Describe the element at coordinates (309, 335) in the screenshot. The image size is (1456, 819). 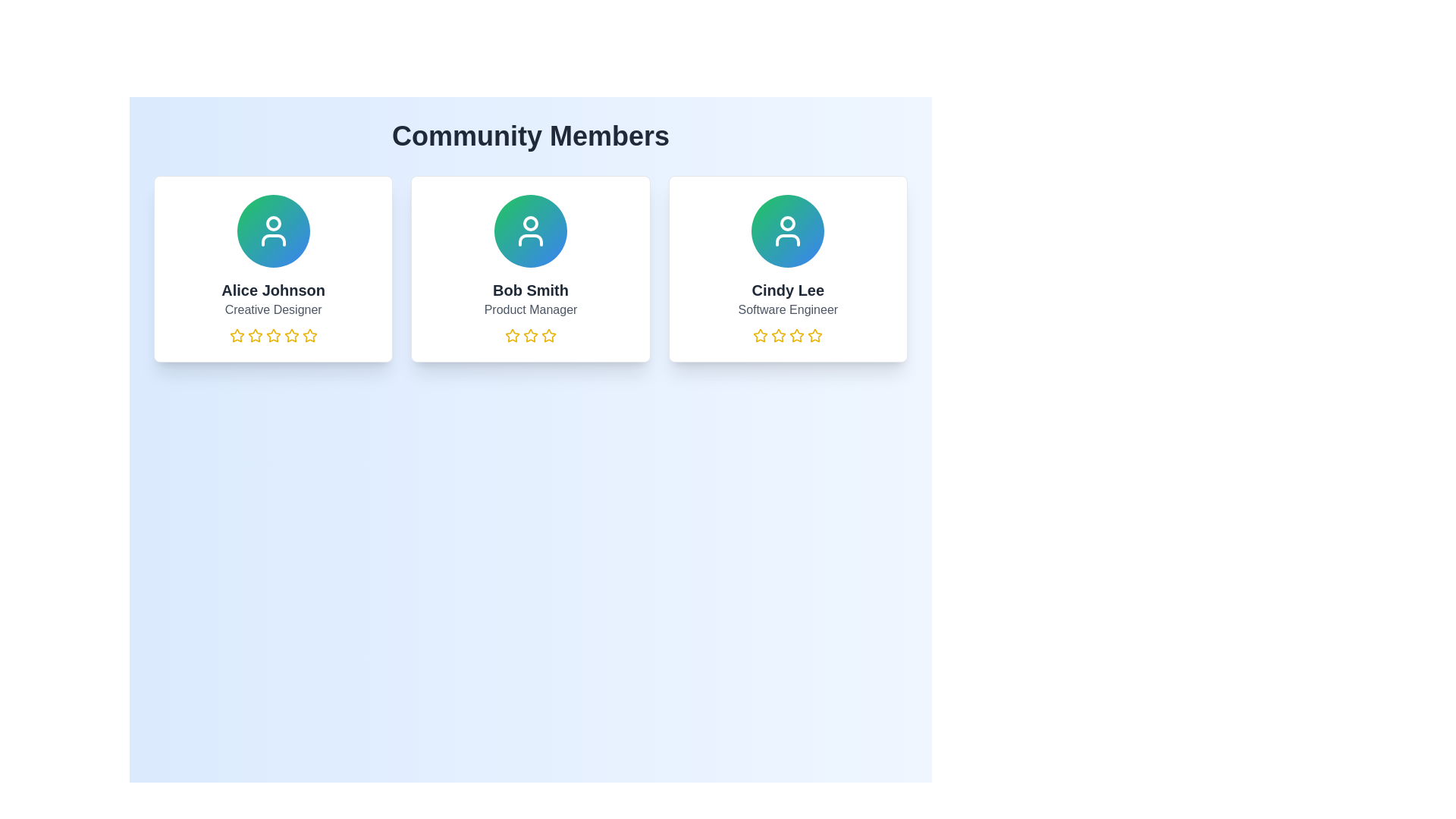
I see `on the fifth golden-yellow star icon in the rating stars under Alice Johnson's profile card for confirmation` at that location.